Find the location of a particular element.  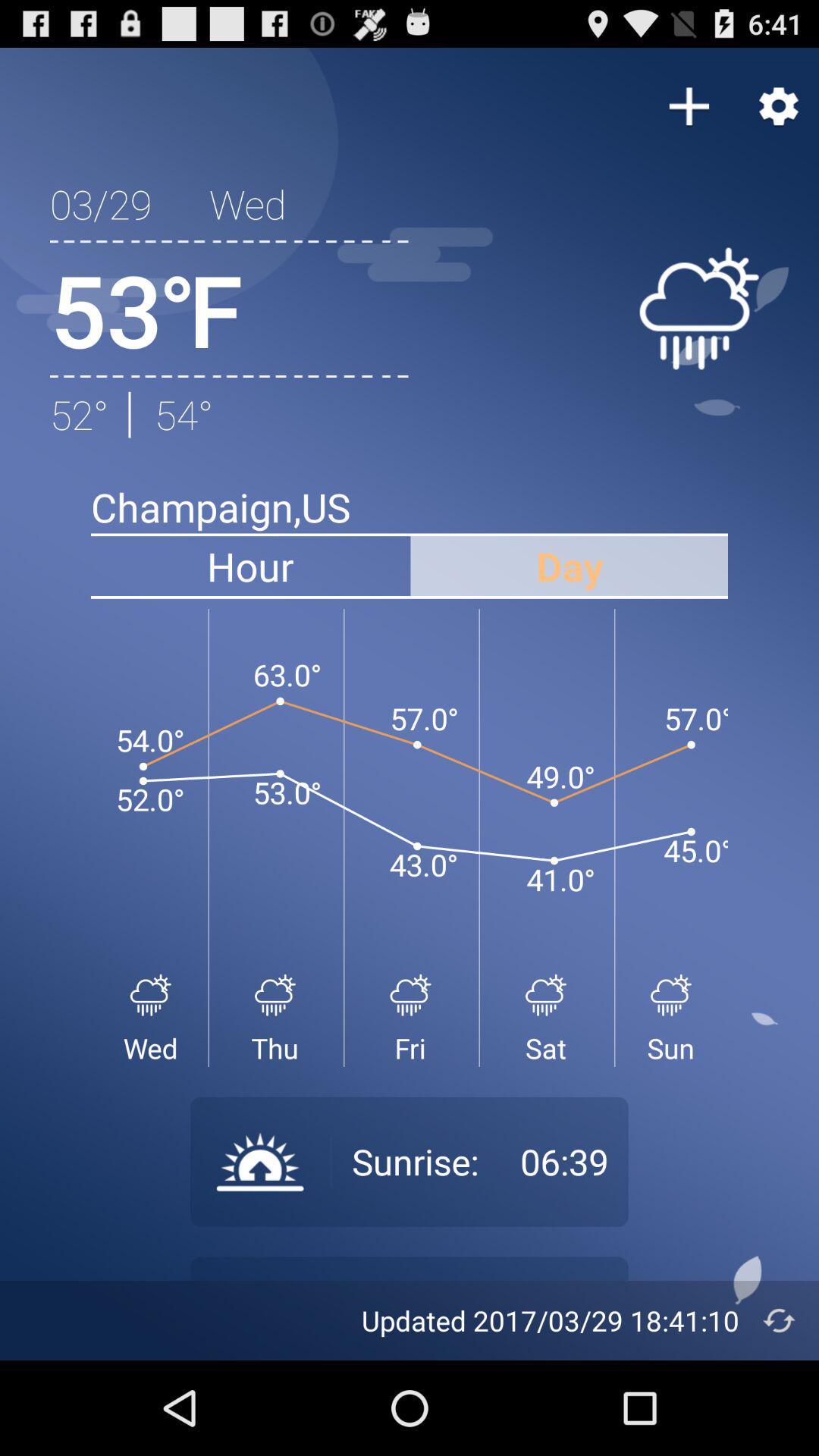

button next to the day icon is located at coordinates (249, 565).